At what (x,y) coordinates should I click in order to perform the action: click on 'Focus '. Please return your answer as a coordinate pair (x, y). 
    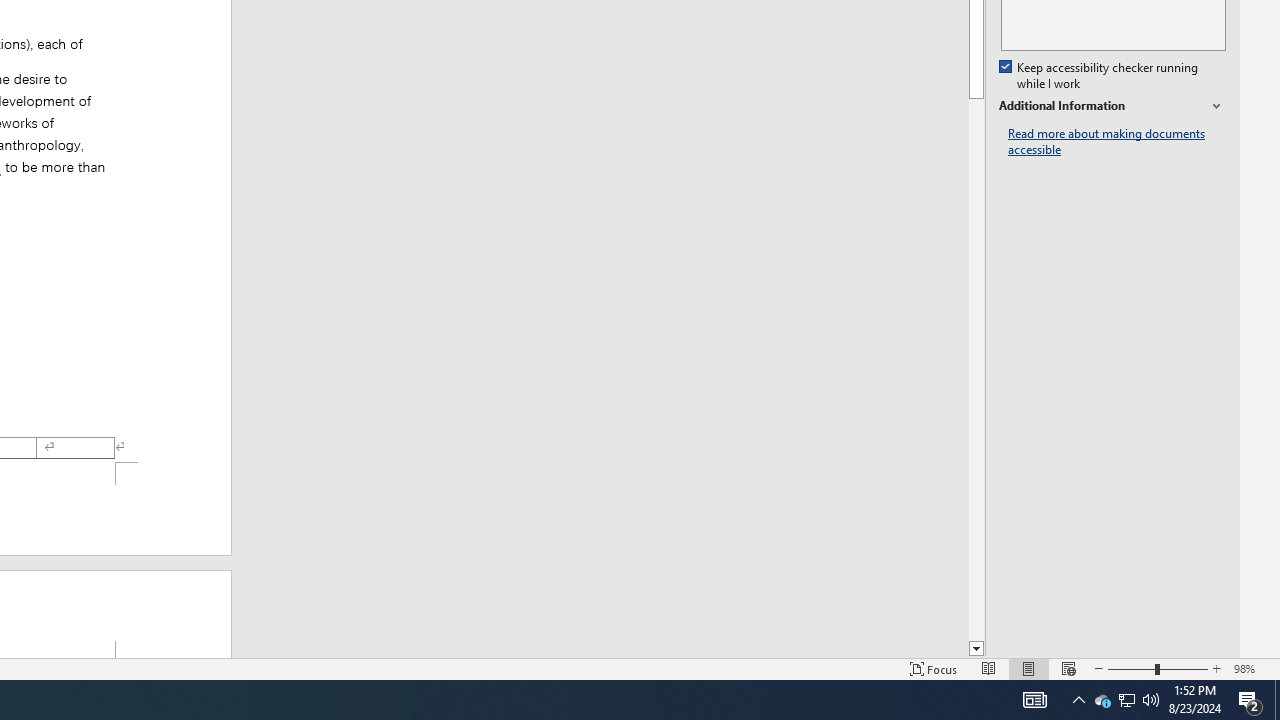
    Looking at the image, I should click on (933, 669).